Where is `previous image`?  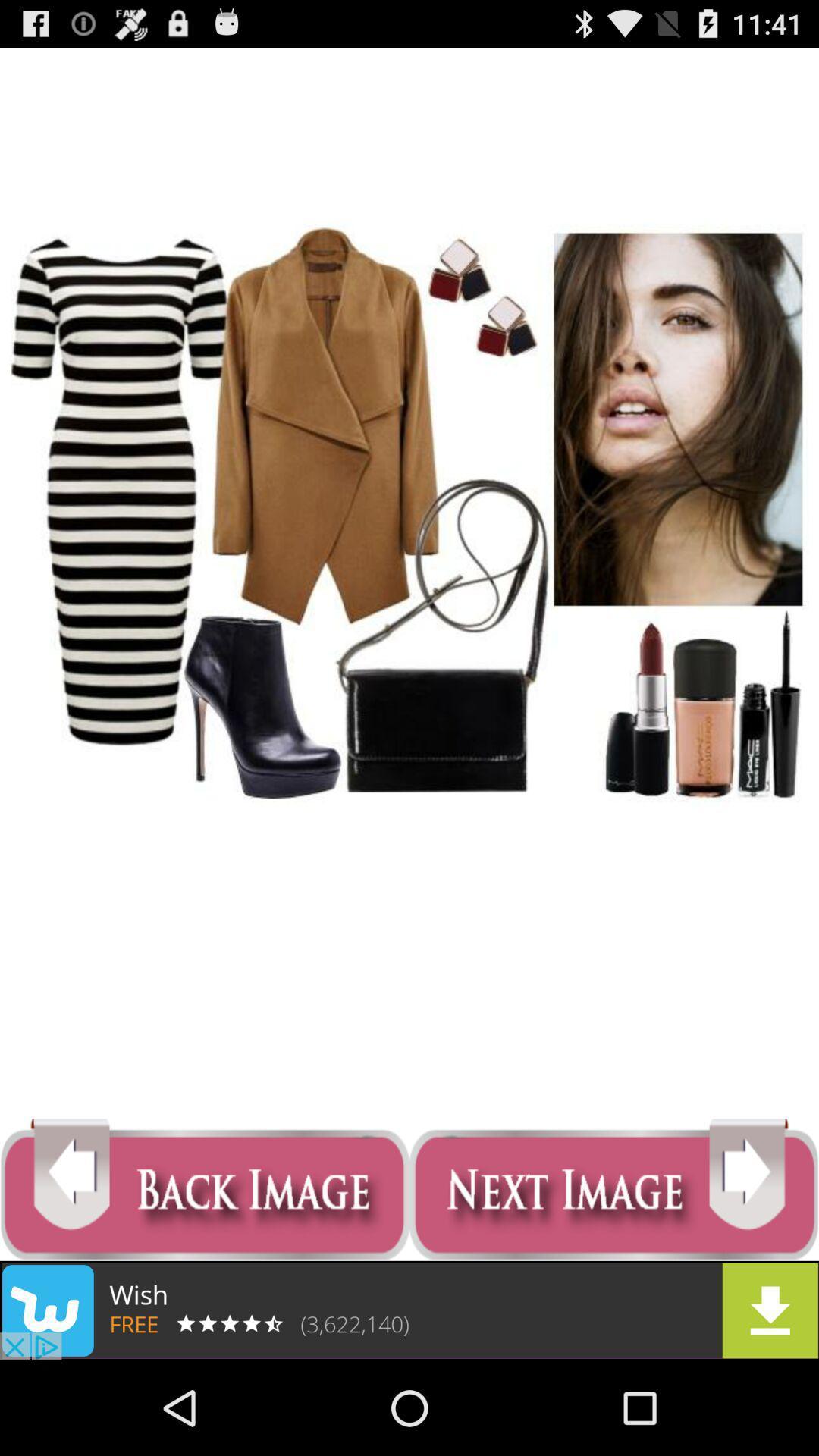 previous image is located at coordinates (205, 1189).